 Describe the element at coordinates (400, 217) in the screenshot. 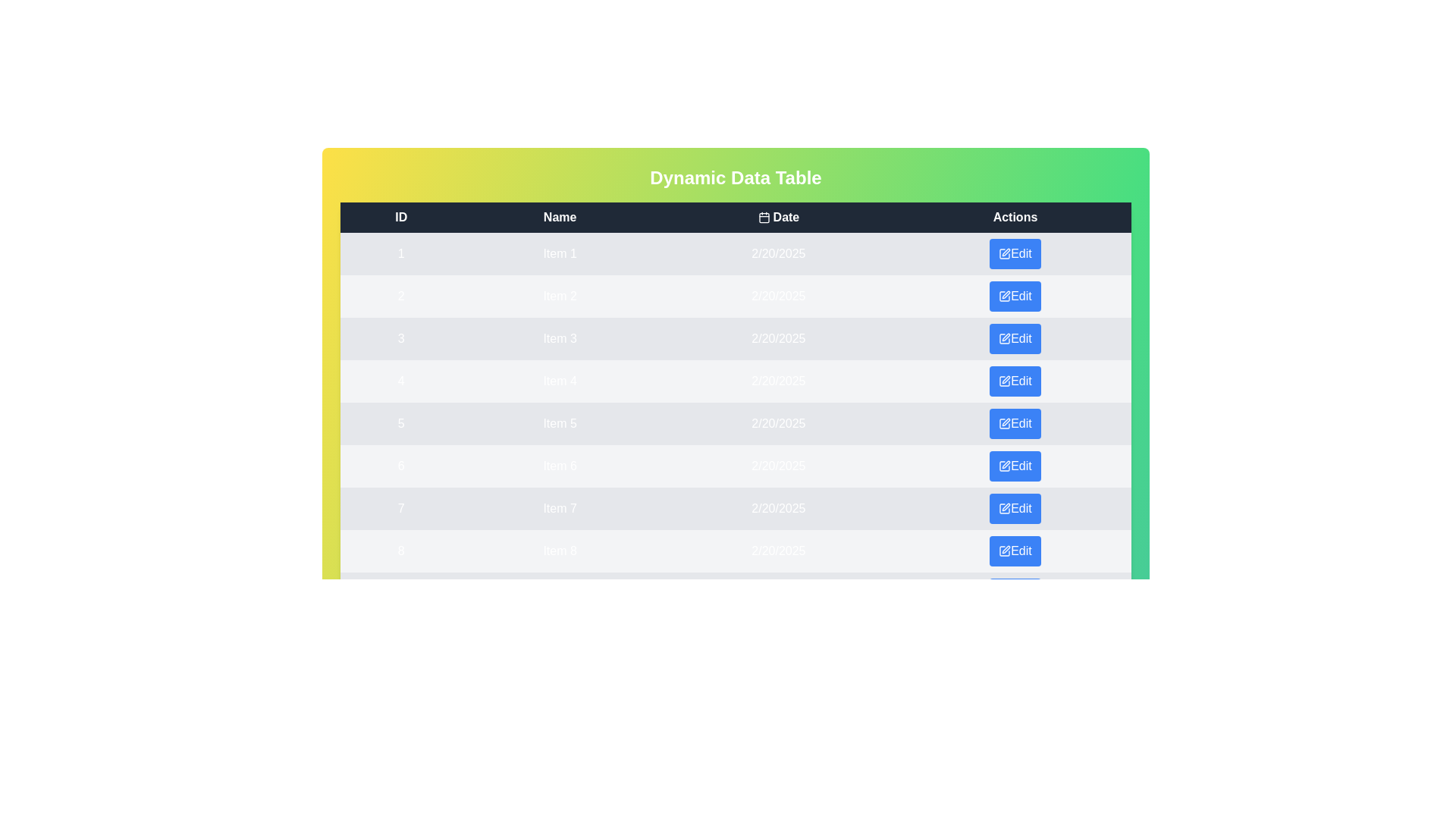

I see `the header to sort the column by ID` at that location.